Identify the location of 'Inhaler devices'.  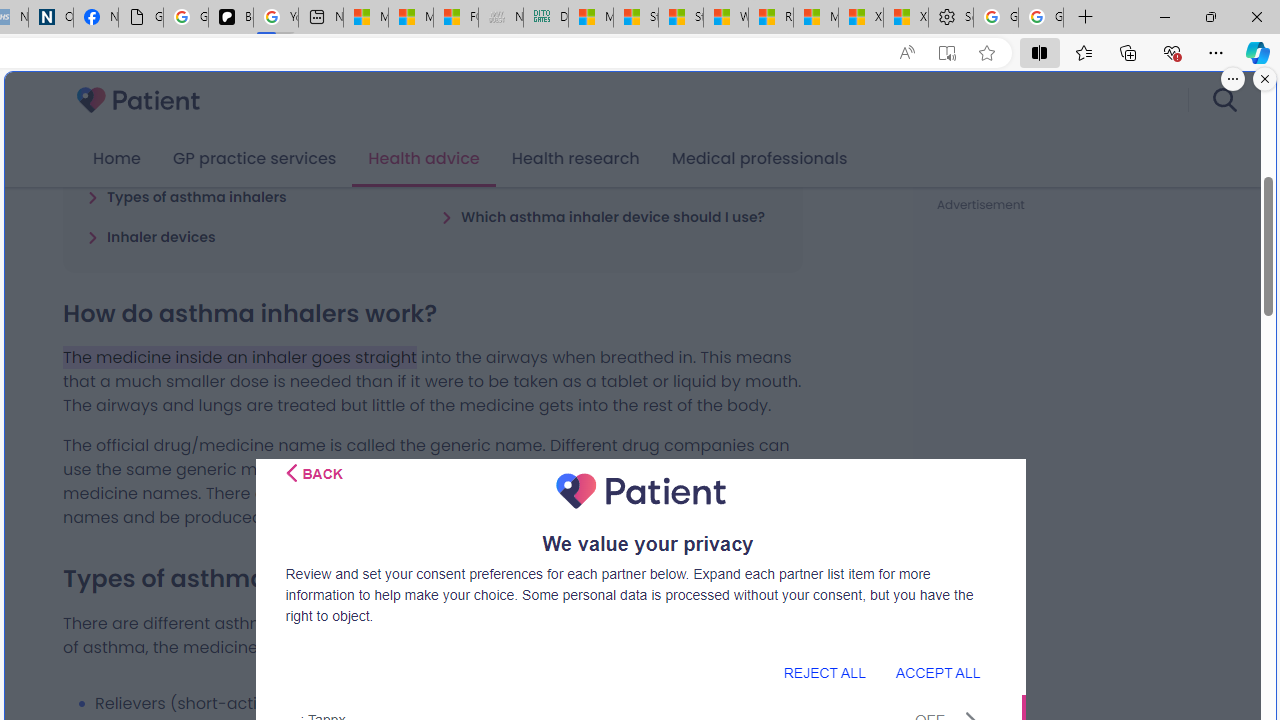
(150, 235).